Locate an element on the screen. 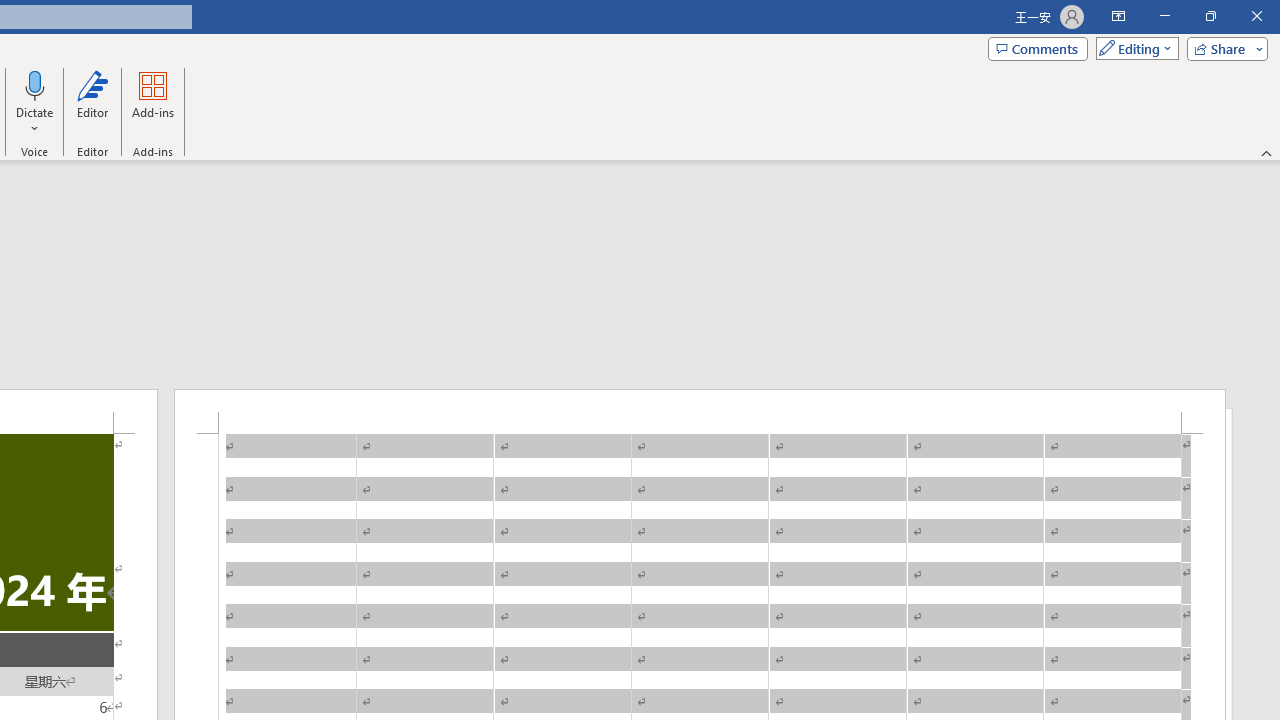 The height and width of the screenshot is (720, 1280). 'More Options' is located at coordinates (35, 121).